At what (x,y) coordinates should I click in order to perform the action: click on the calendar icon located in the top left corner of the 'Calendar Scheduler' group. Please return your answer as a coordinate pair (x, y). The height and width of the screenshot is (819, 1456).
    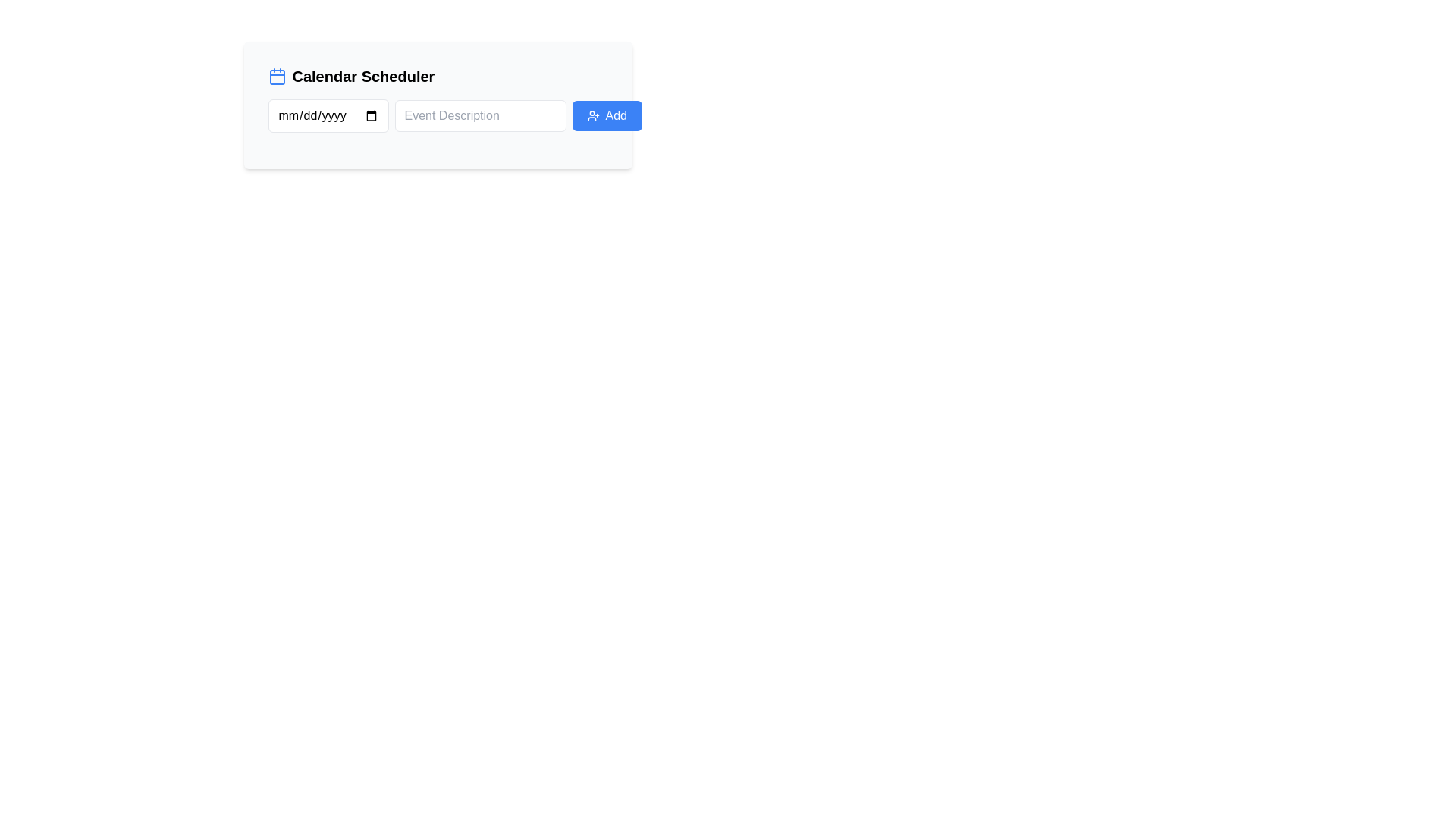
    Looking at the image, I should click on (277, 76).